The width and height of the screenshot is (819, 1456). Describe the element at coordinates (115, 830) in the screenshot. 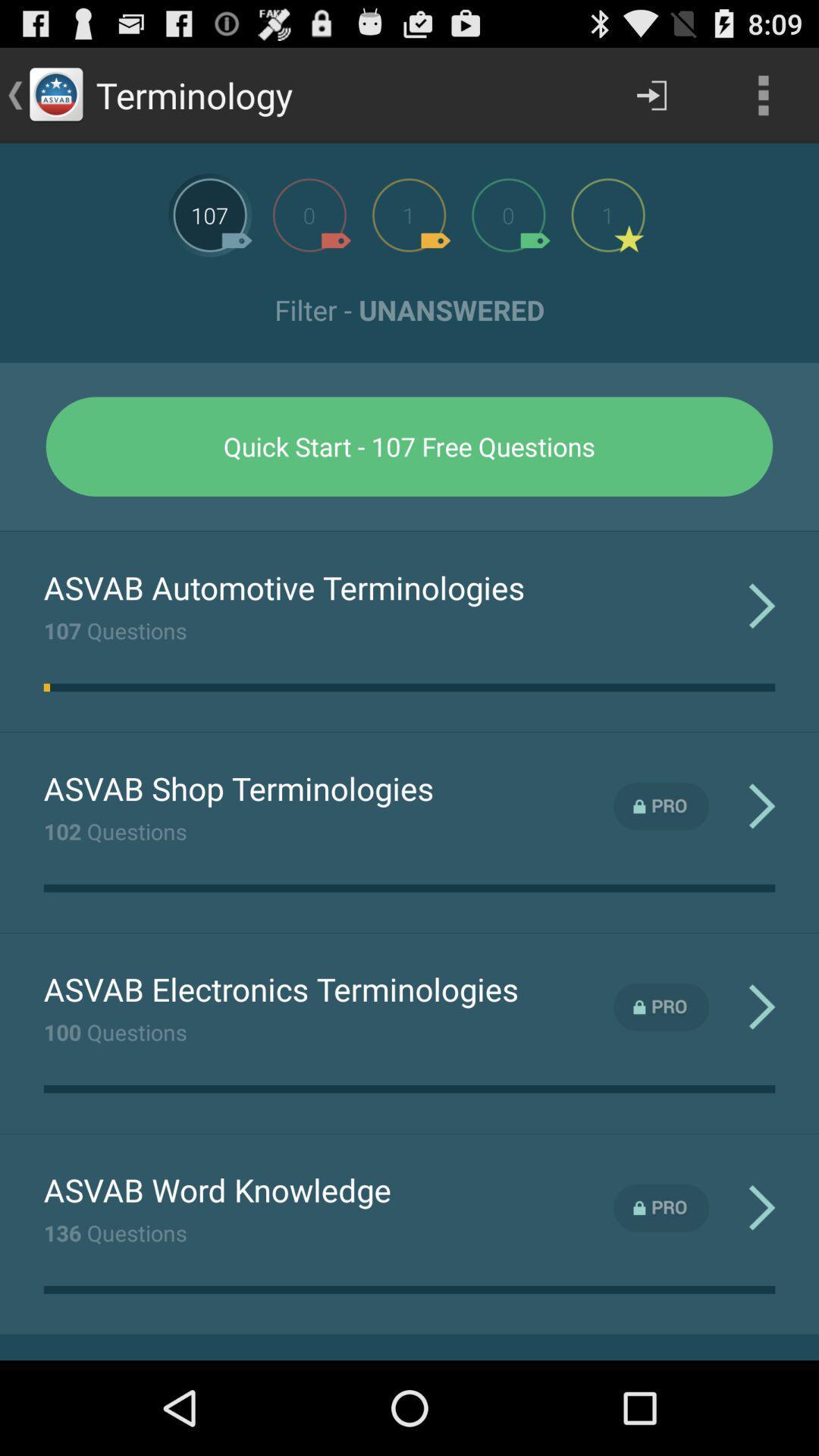

I see `102 questions` at that location.